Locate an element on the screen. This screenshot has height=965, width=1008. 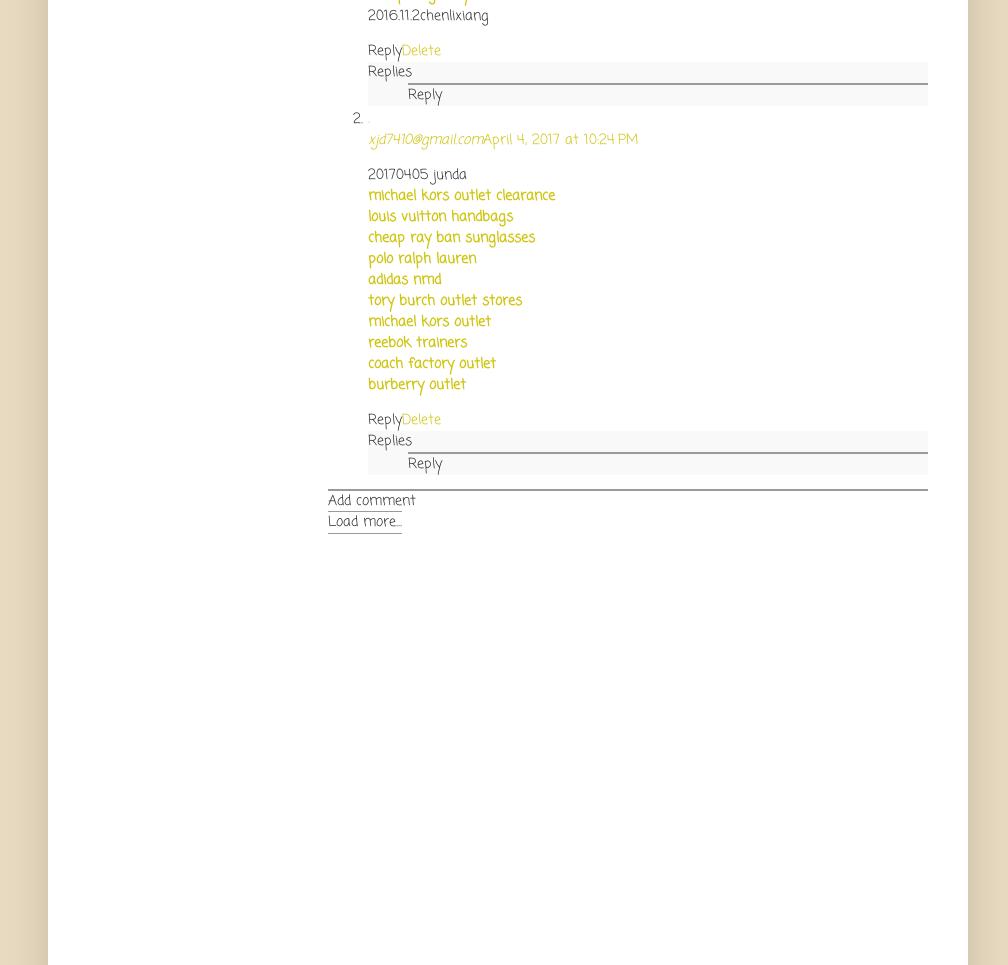
'louis vuitton handbags' is located at coordinates (368, 216).